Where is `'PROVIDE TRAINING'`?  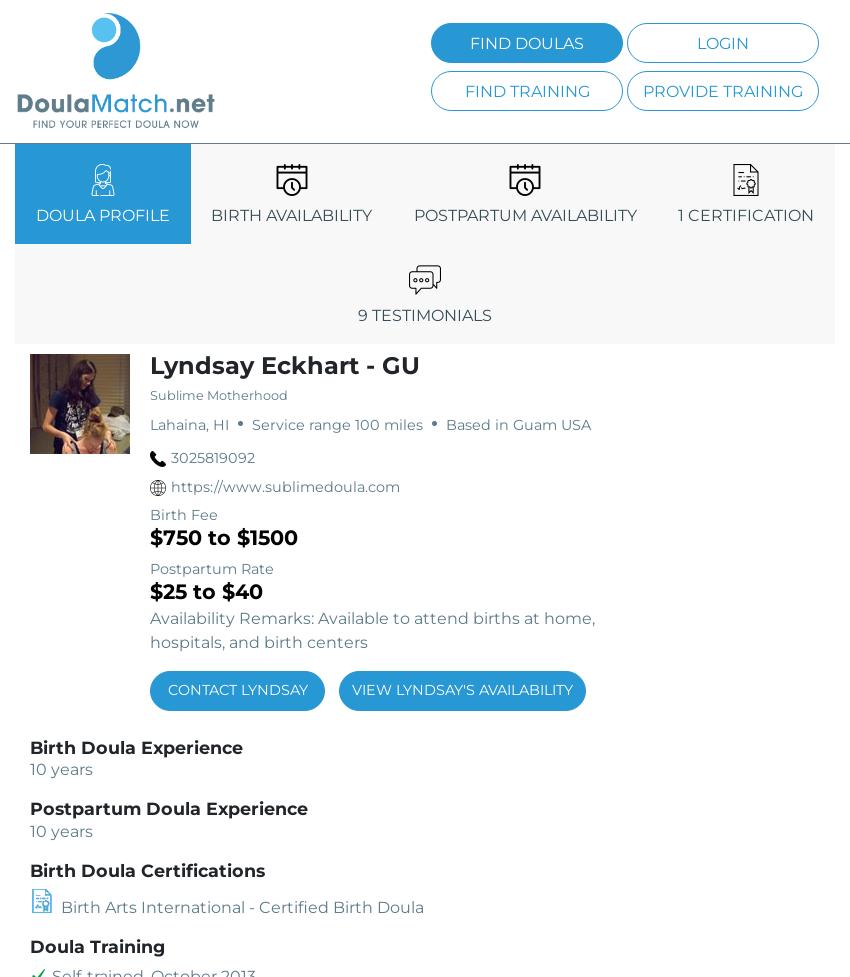
'PROVIDE TRAINING' is located at coordinates (722, 90).